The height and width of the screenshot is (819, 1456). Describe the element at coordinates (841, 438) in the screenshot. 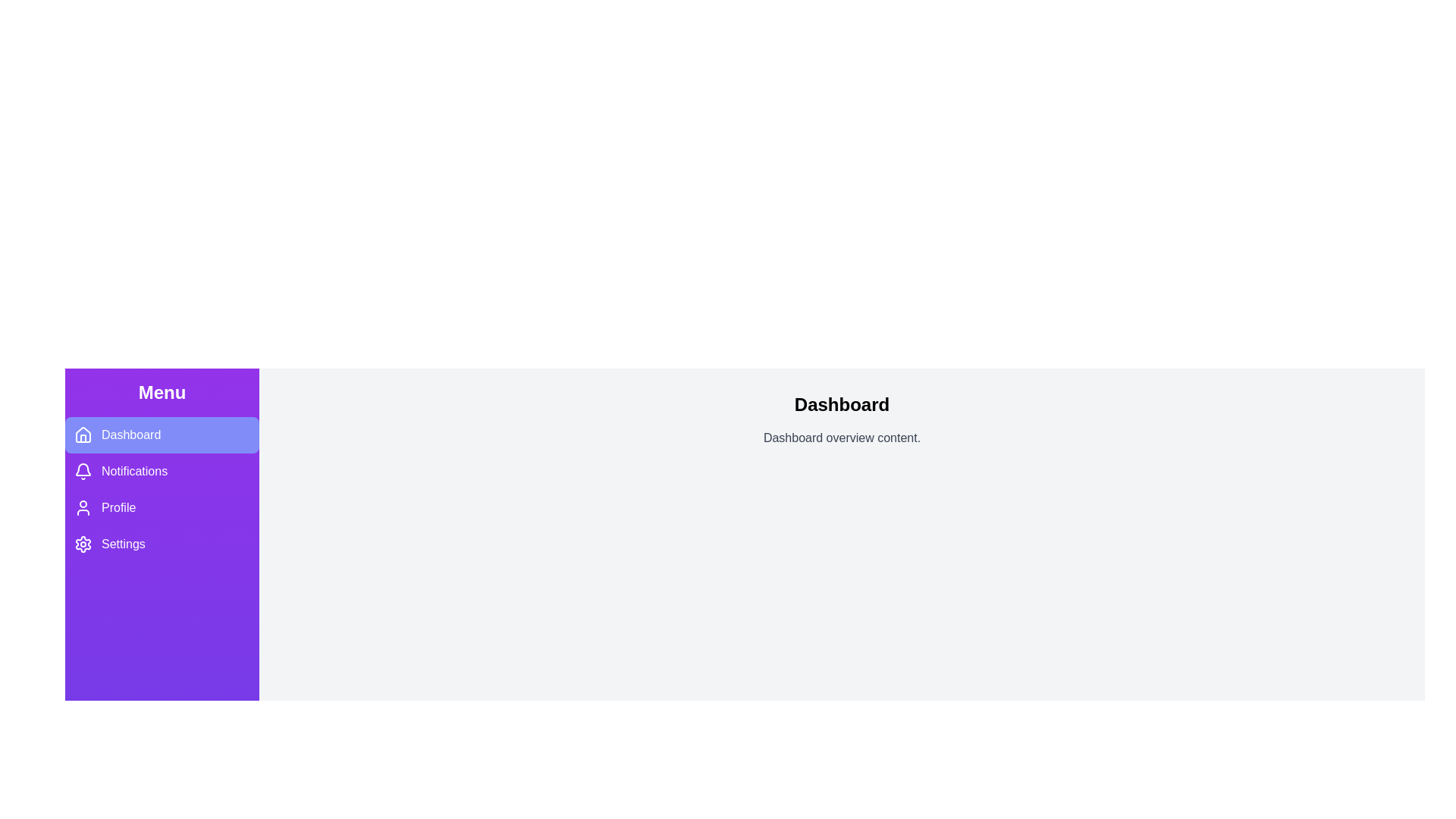

I see `text block containing the phrase 'Dashboard overview content.' which is styled with a gray, medium-sized font and is positioned directly under the title 'Dashboard.'` at that location.